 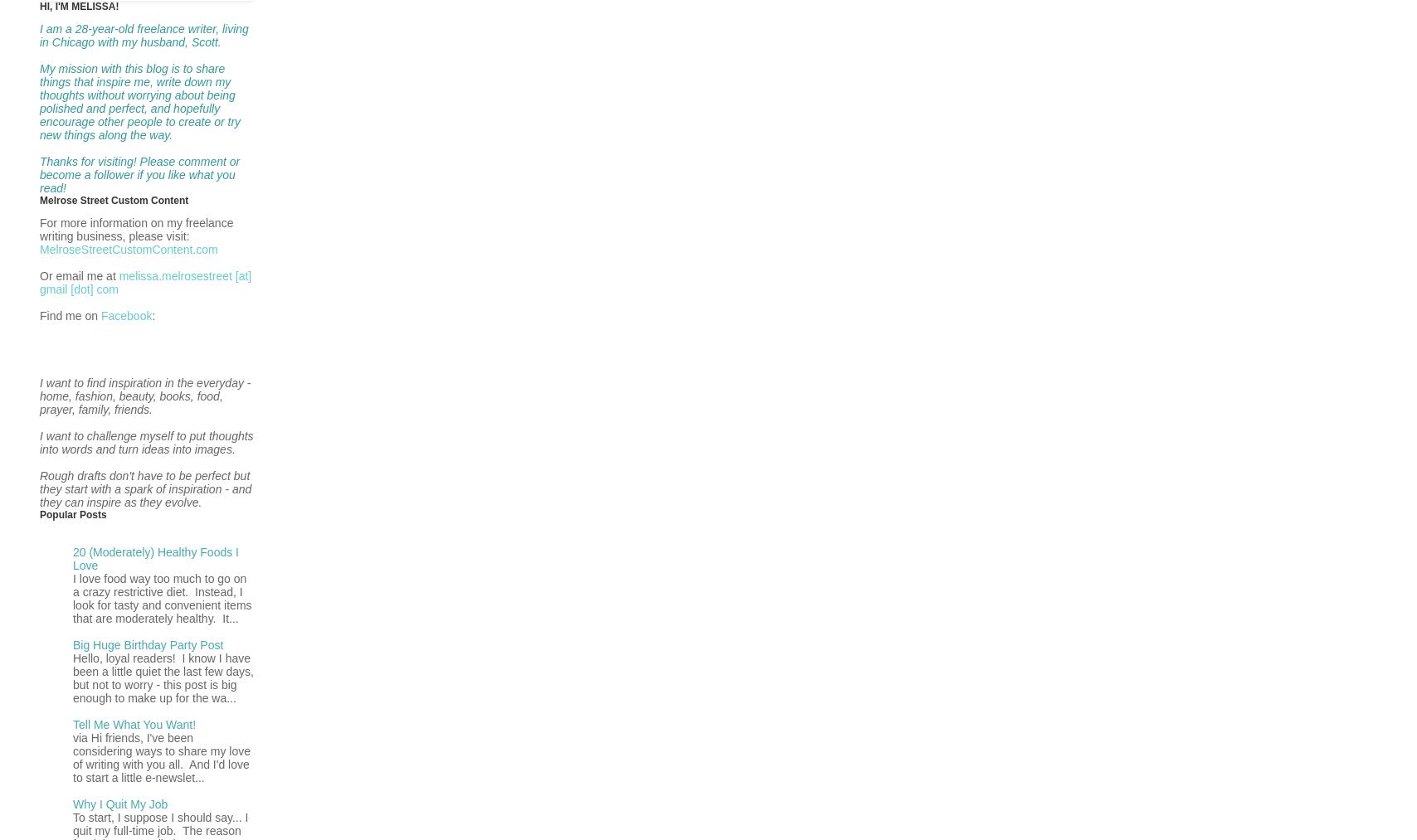 I want to click on 'Popular Posts', so click(x=72, y=512).